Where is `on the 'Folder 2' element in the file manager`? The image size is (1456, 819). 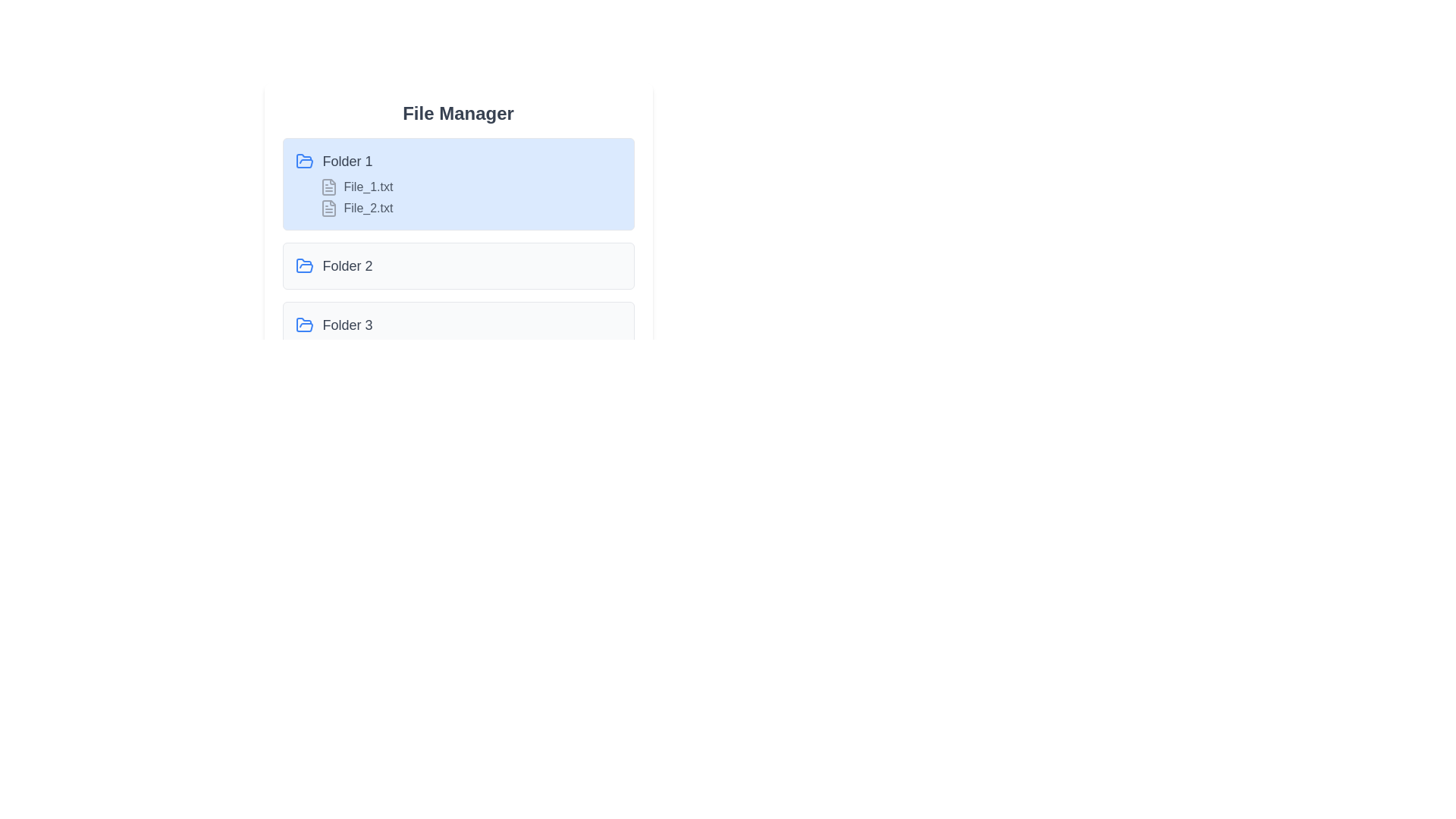 on the 'Folder 2' element in the file manager is located at coordinates (457, 265).